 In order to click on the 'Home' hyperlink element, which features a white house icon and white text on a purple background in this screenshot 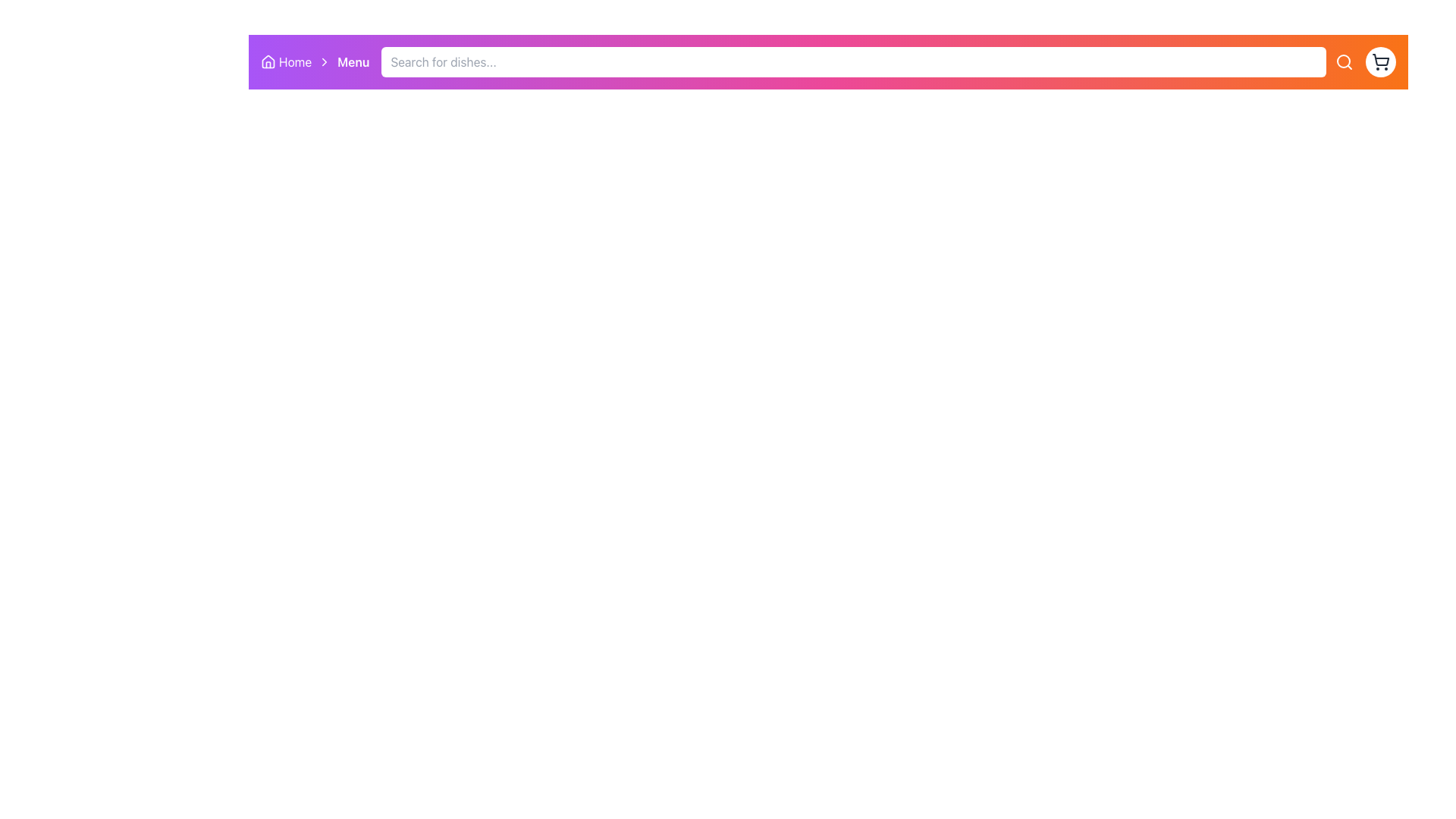, I will do `click(286, 61)`.